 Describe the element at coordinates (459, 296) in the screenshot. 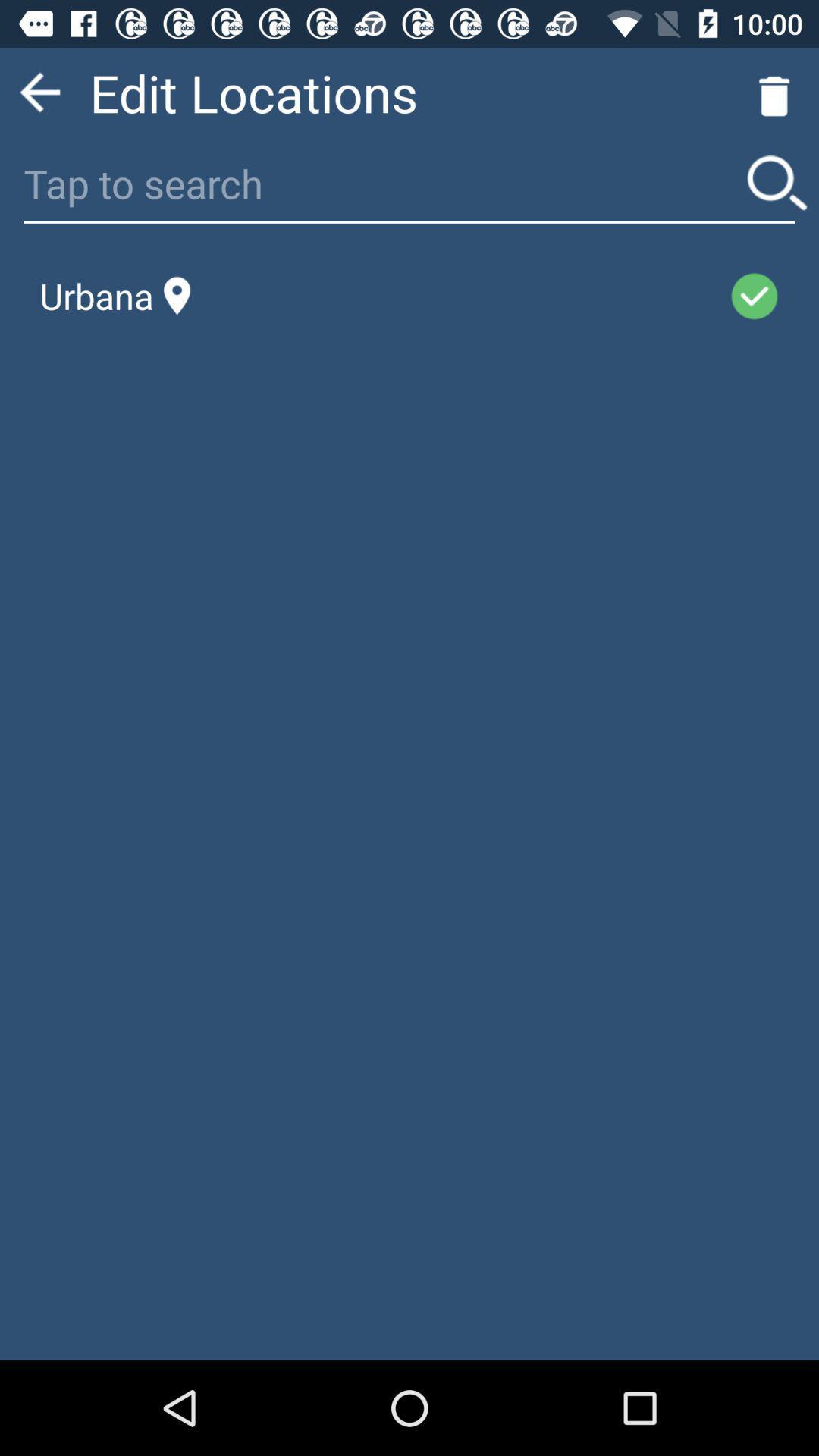

I see `the icon next to urbana item` at that location.